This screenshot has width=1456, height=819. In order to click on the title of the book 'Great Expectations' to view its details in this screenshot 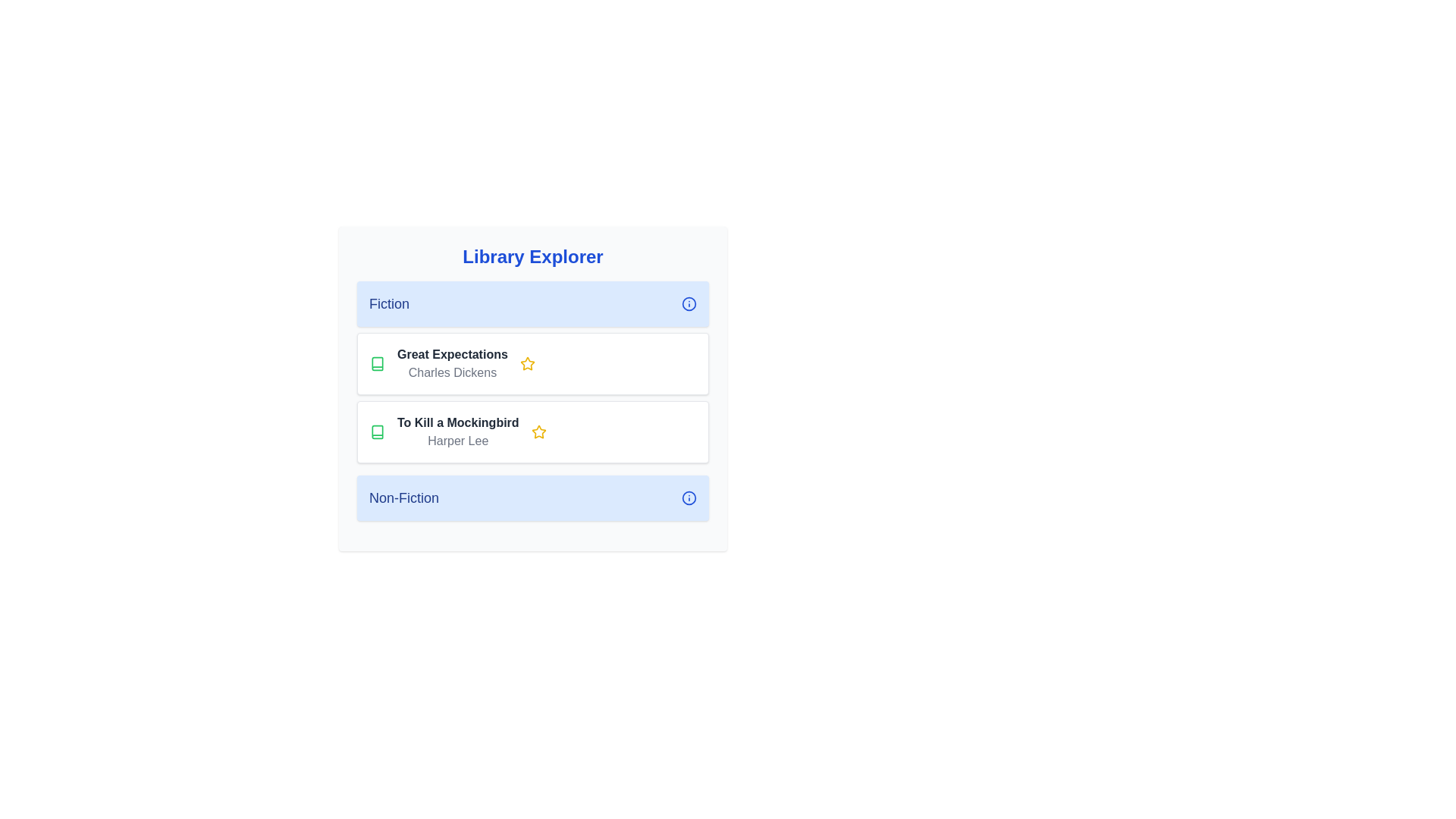, I will do `click(451, 354)`.